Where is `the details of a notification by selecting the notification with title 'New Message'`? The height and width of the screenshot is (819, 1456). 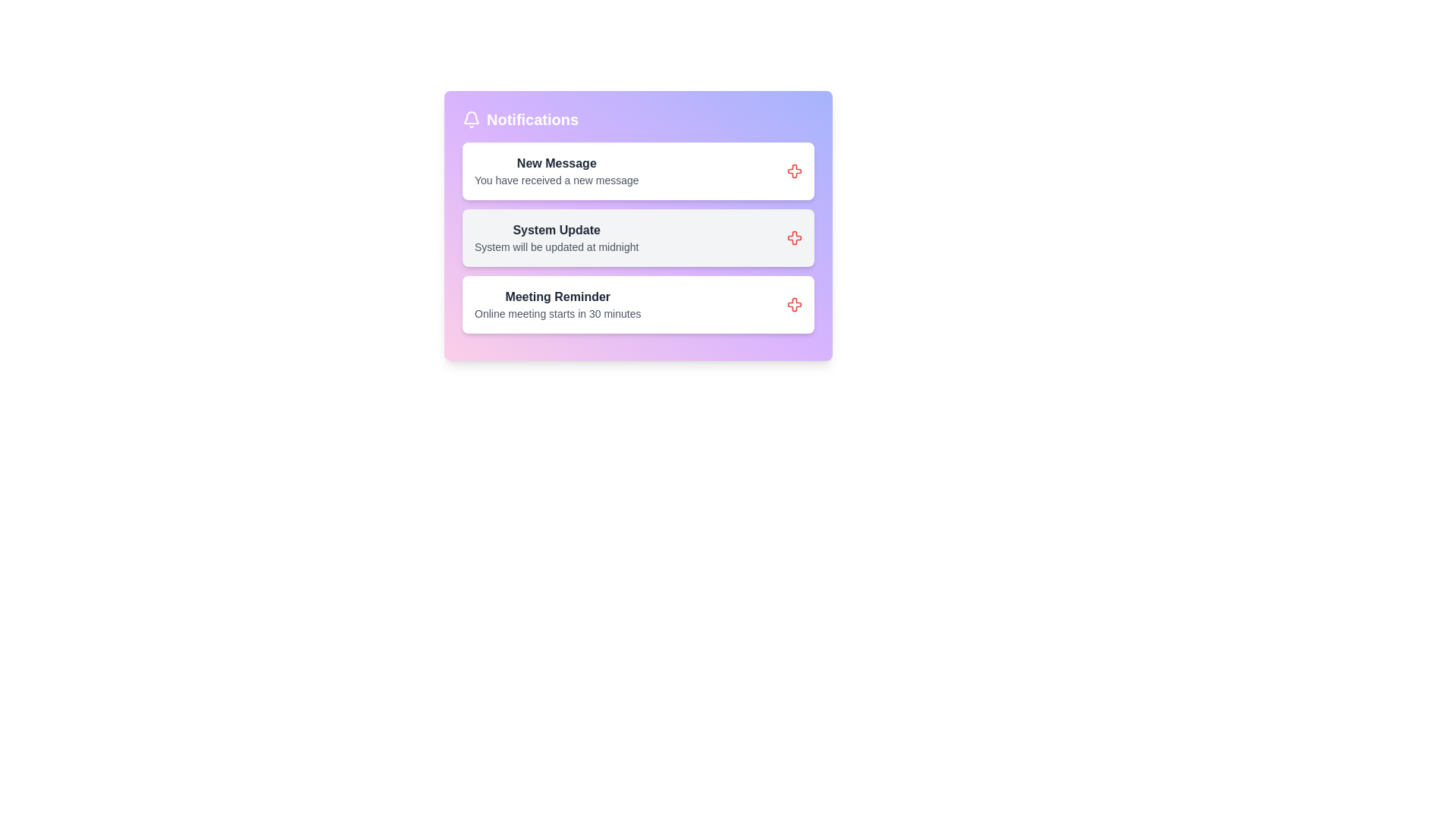
the details of a notification by selecting the notification with title 'New Message' is located at coordinates (556, 171).